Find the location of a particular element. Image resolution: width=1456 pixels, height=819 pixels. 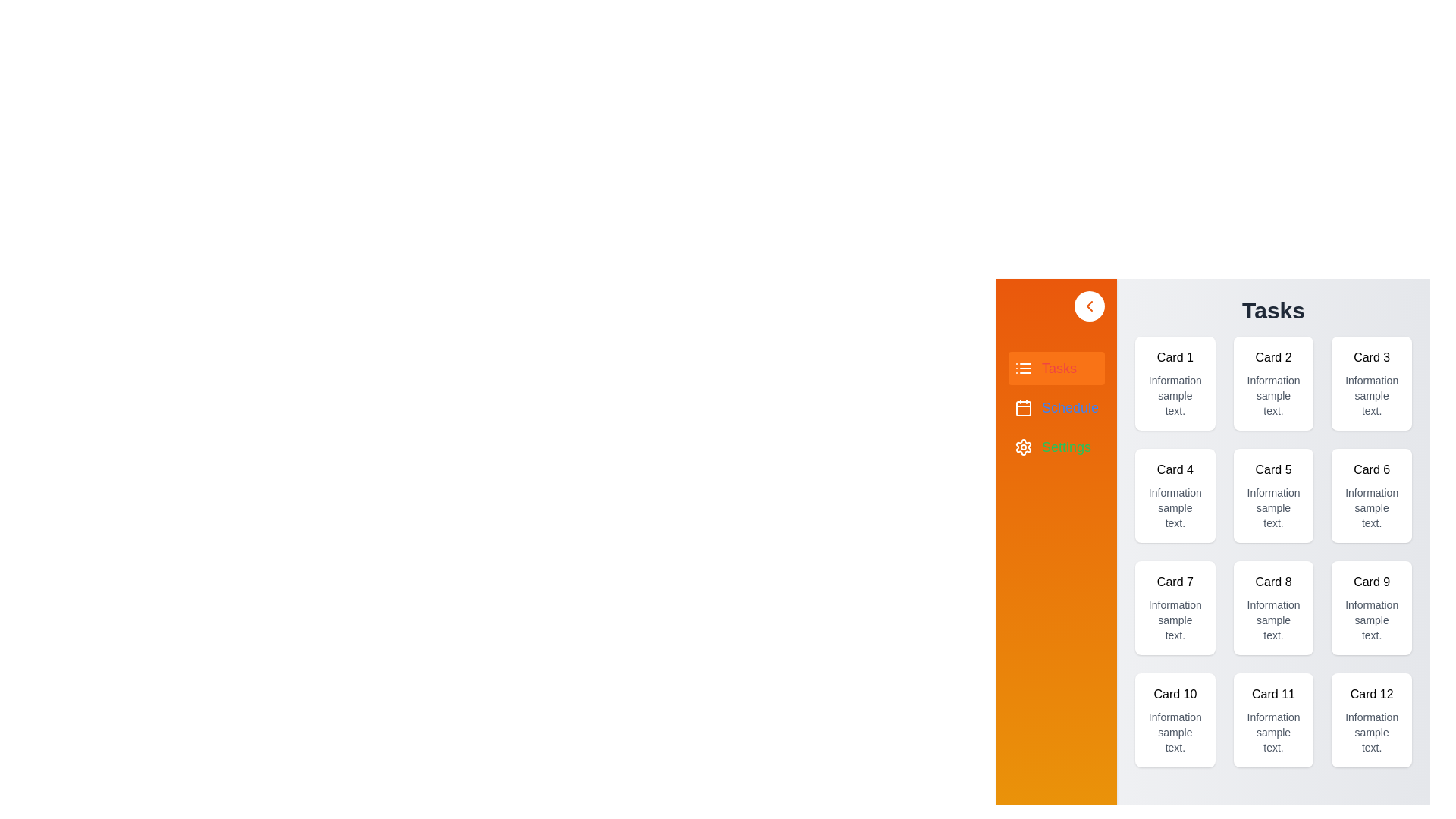

the Tasks section from the drawer is located at coordinates (1056, 369).